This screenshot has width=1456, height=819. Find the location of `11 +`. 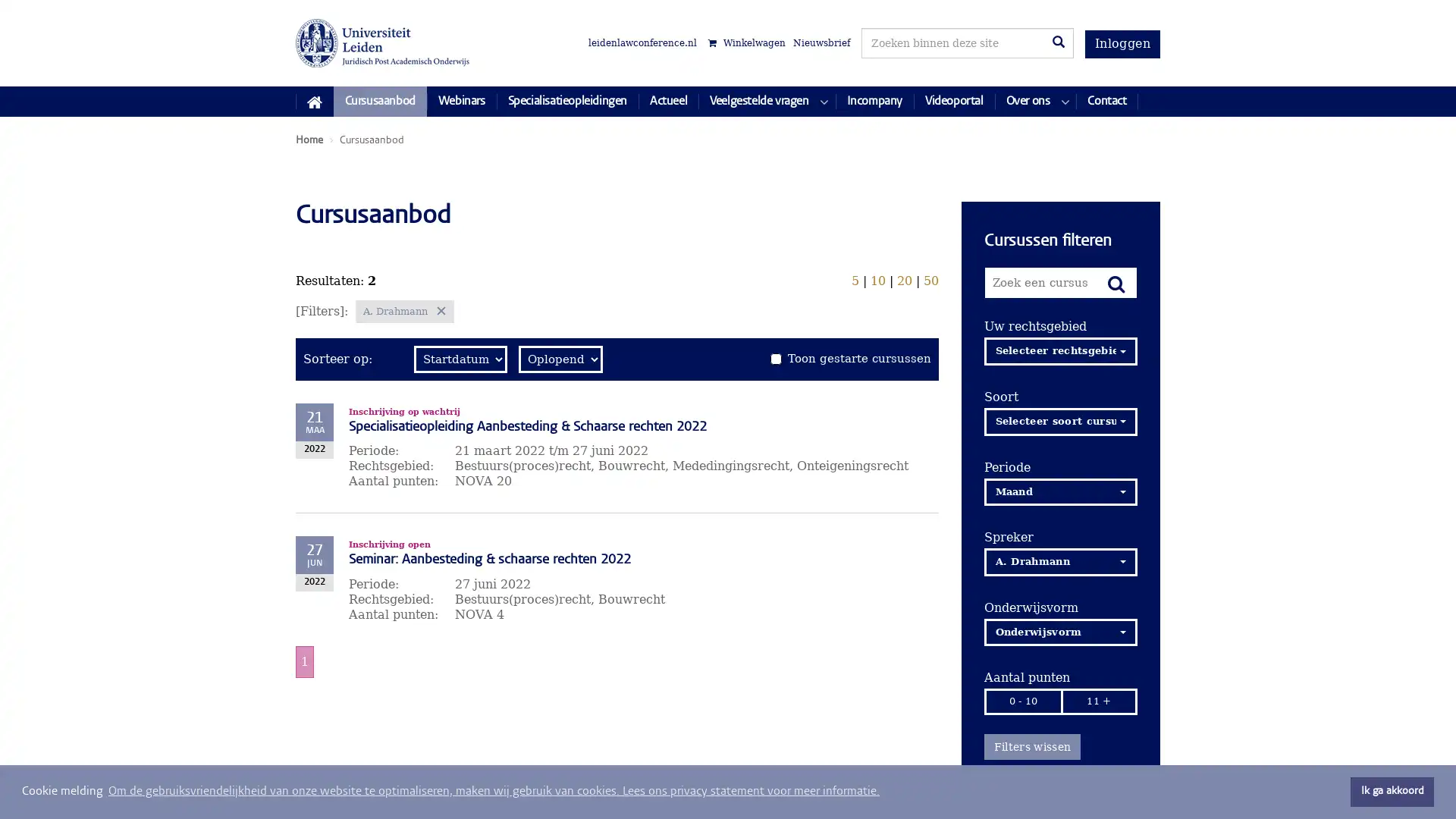

11 + is located at coordinates (1099, 701).